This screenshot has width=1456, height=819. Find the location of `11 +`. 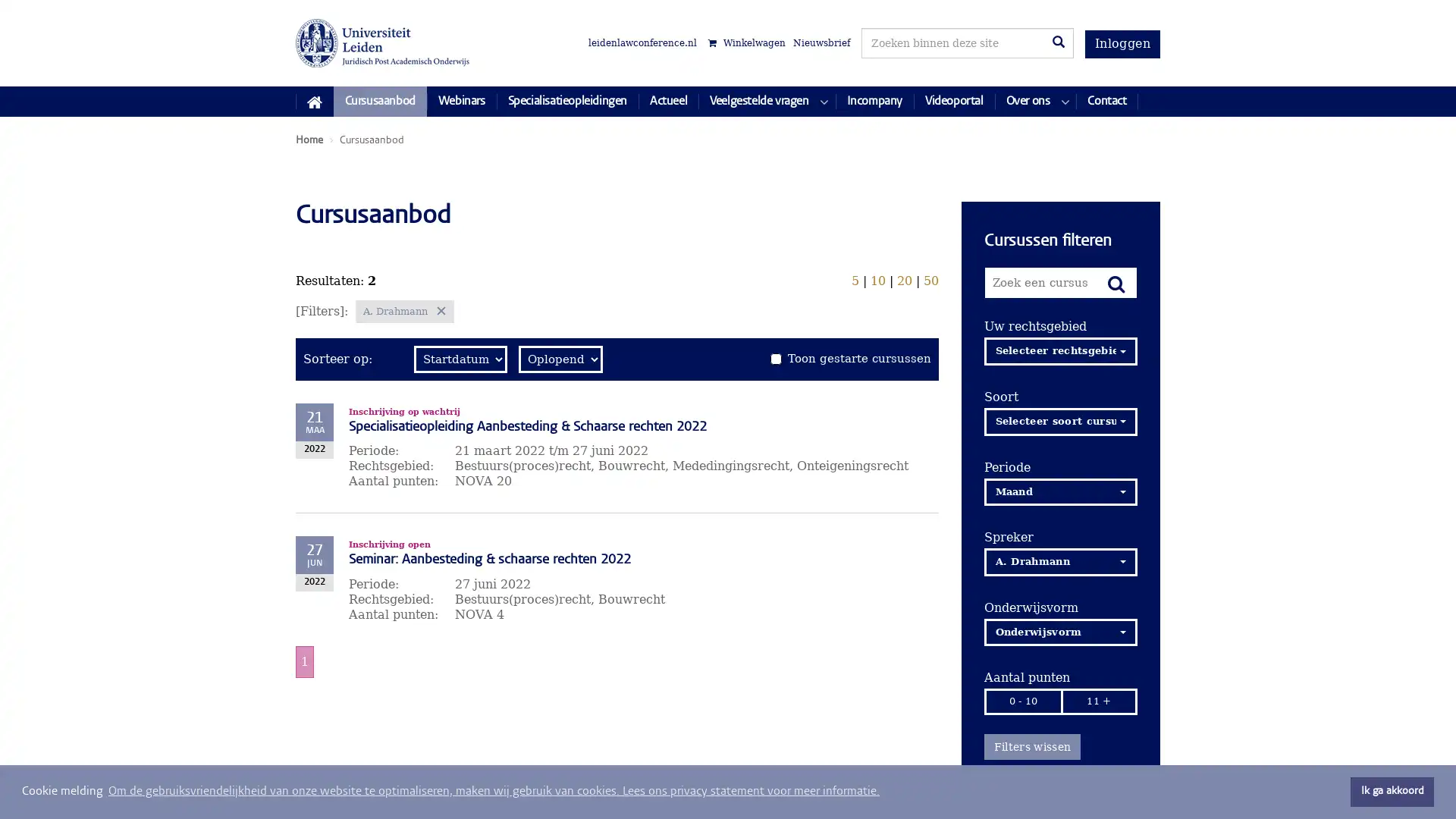

11 + is located at coordinates (1099, 701).